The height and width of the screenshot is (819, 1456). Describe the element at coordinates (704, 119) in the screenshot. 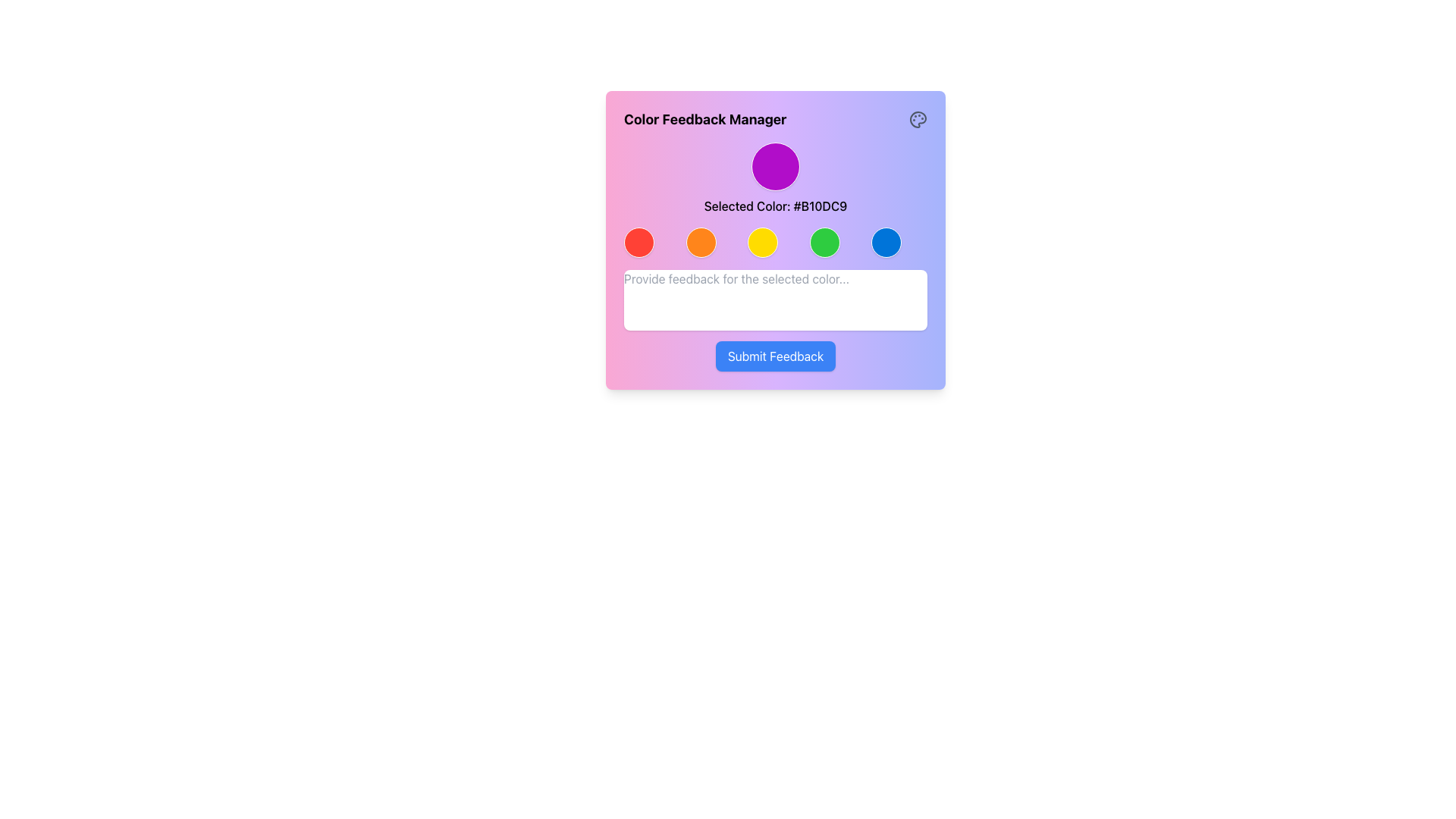

I see `the Text Label that serves as the heading for the interface, indicating the purpose of the dialog for managing color feedback` at that location.